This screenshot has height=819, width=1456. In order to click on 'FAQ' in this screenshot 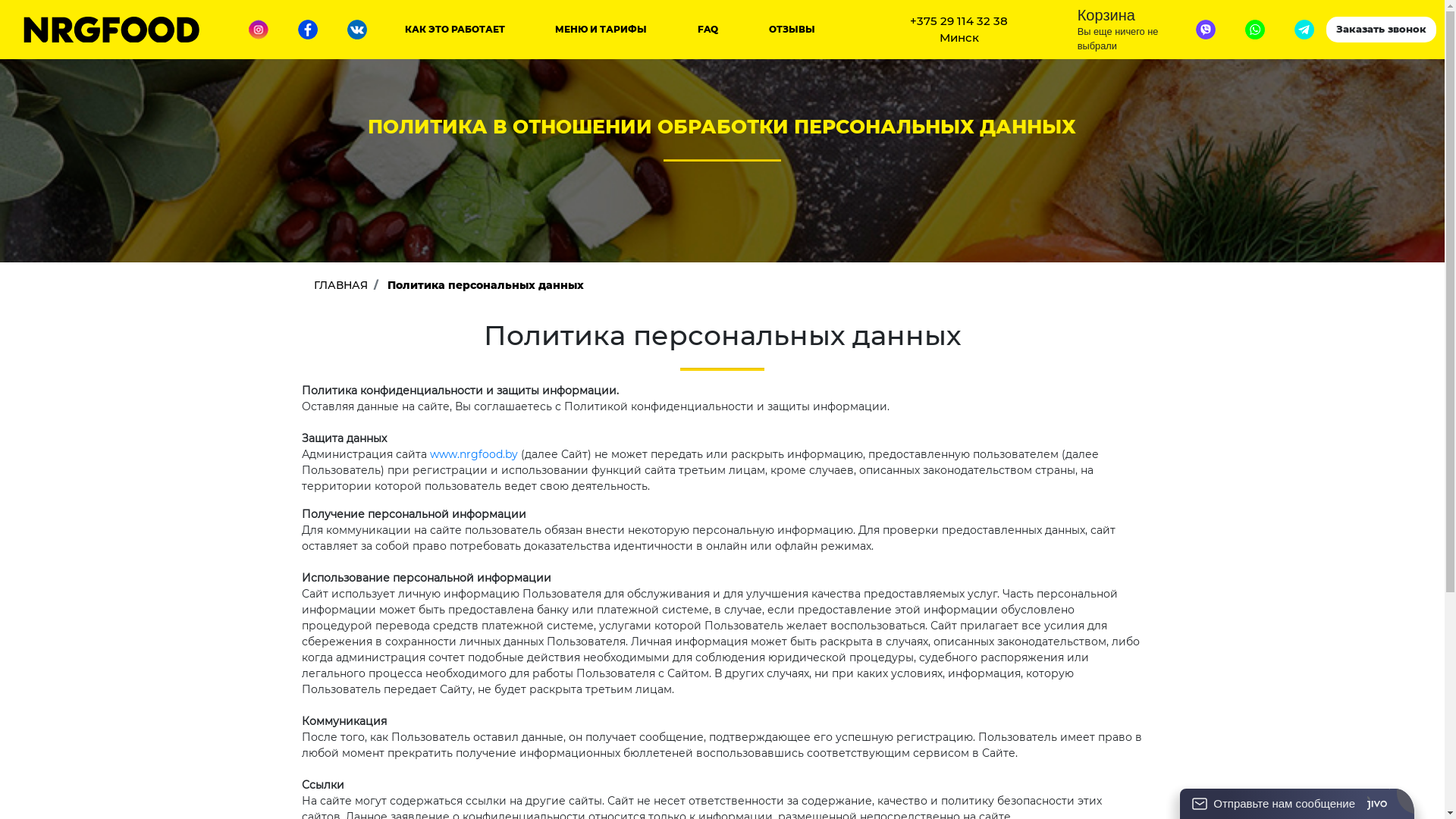, I will do `click(707, 29)`.